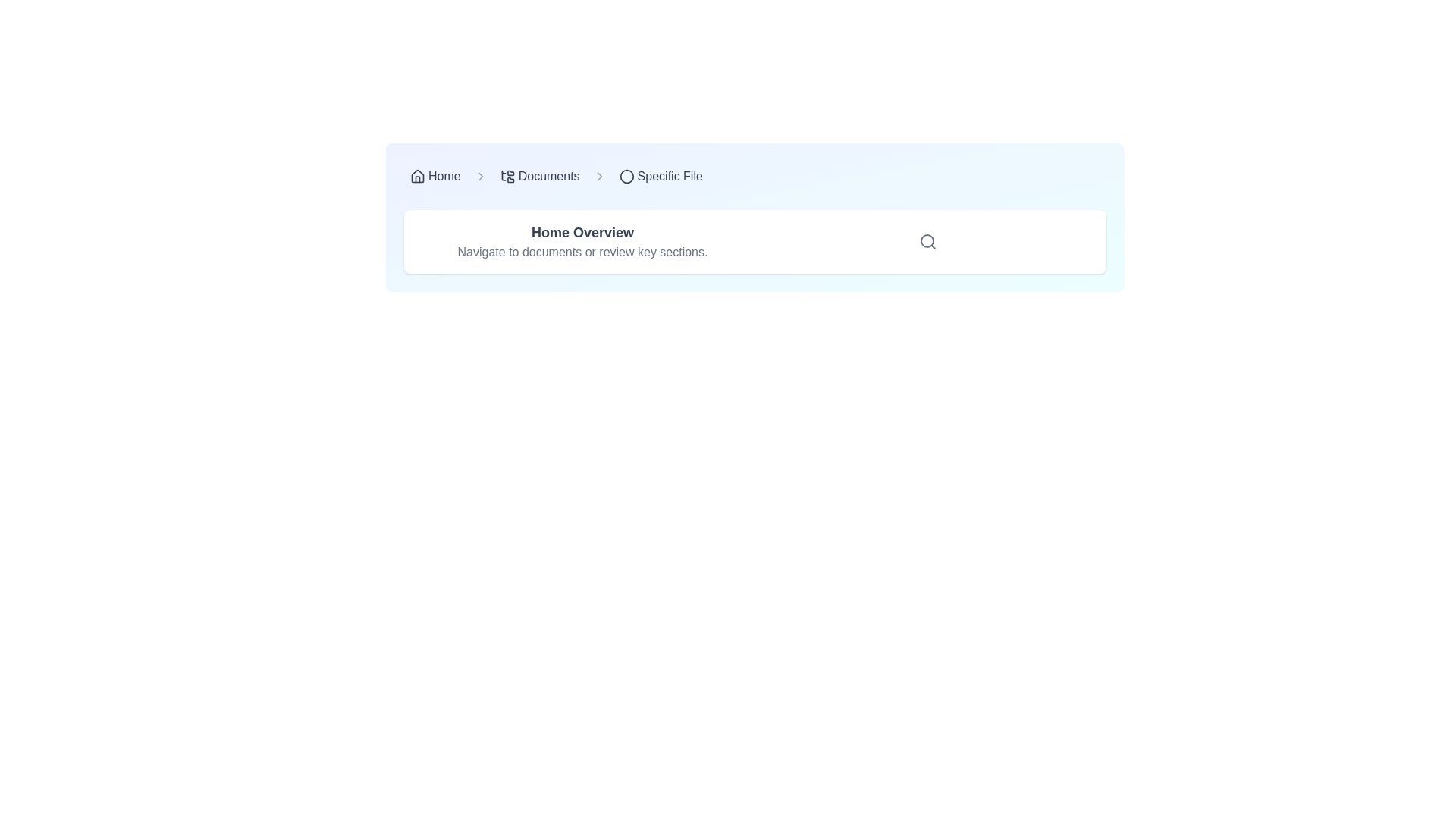 This screenshot has width=1456, height=819. I want to click on the house icon located at the far-left side of the breadcrumb navigation bar, so click(418, 175).